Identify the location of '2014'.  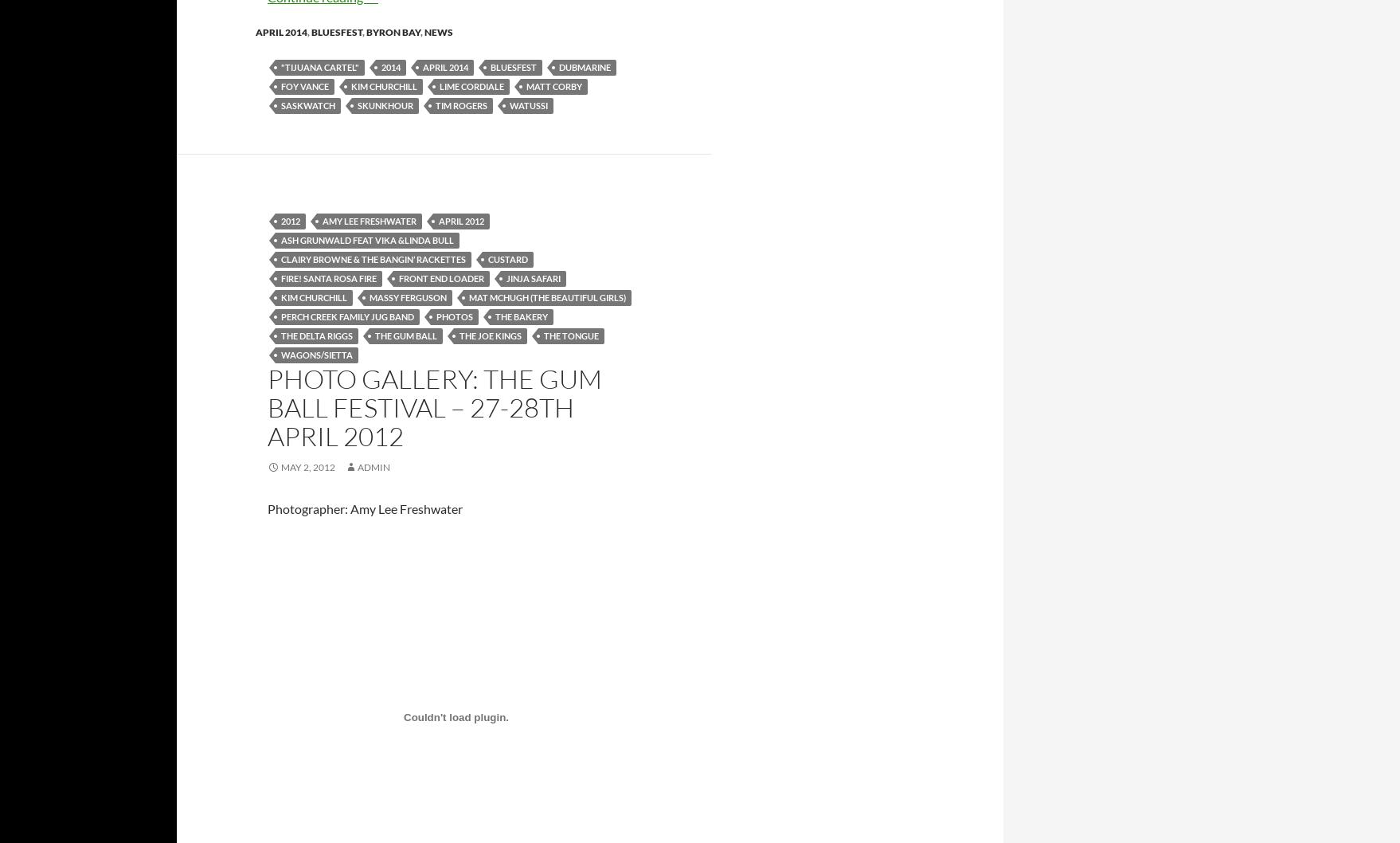
(390, 66).